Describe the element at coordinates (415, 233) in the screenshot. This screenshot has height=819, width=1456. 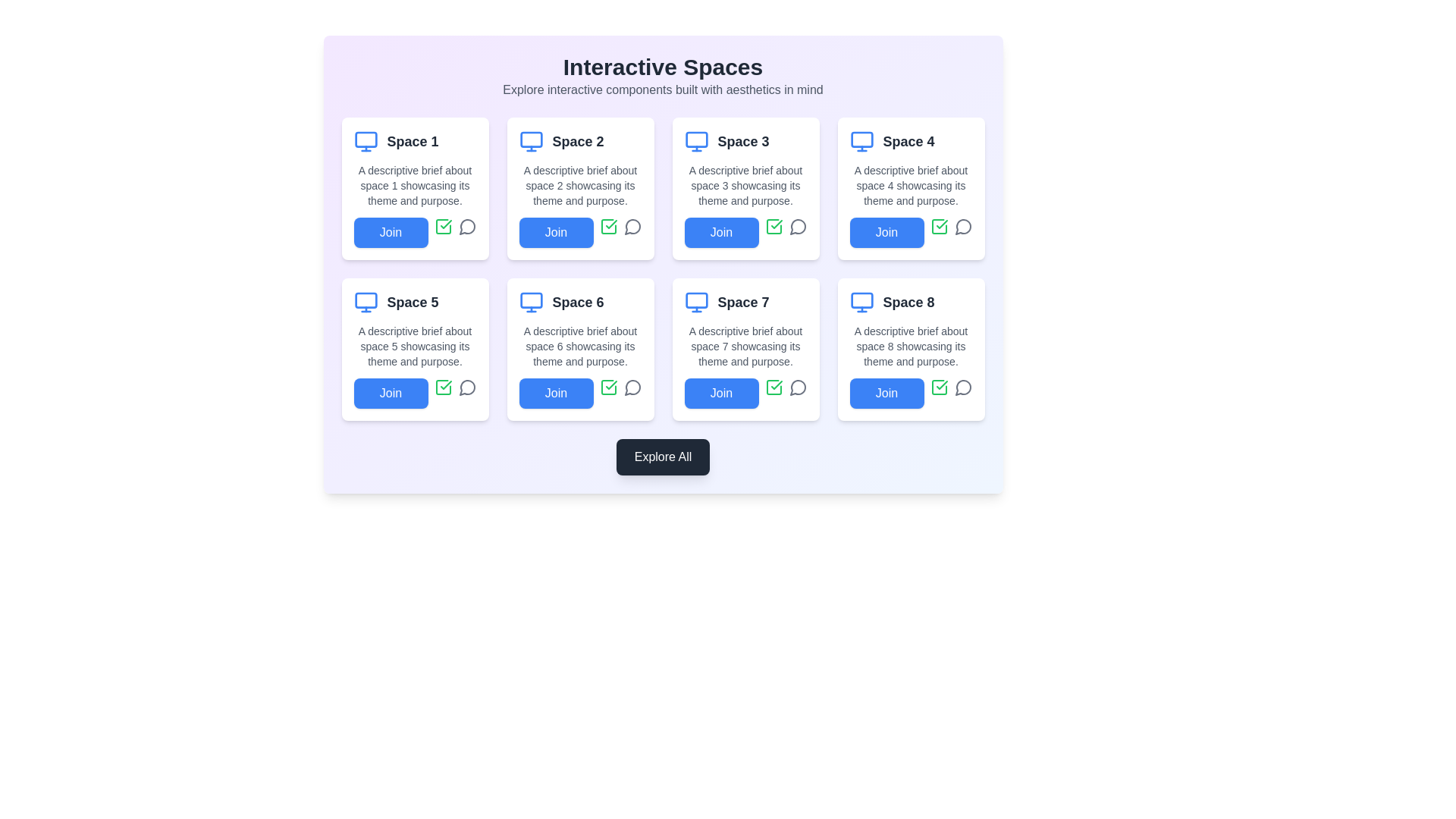
I see `the blue 'Join' button located at the bottom center of the 'Space 1' card in the interactive component group` at that location.